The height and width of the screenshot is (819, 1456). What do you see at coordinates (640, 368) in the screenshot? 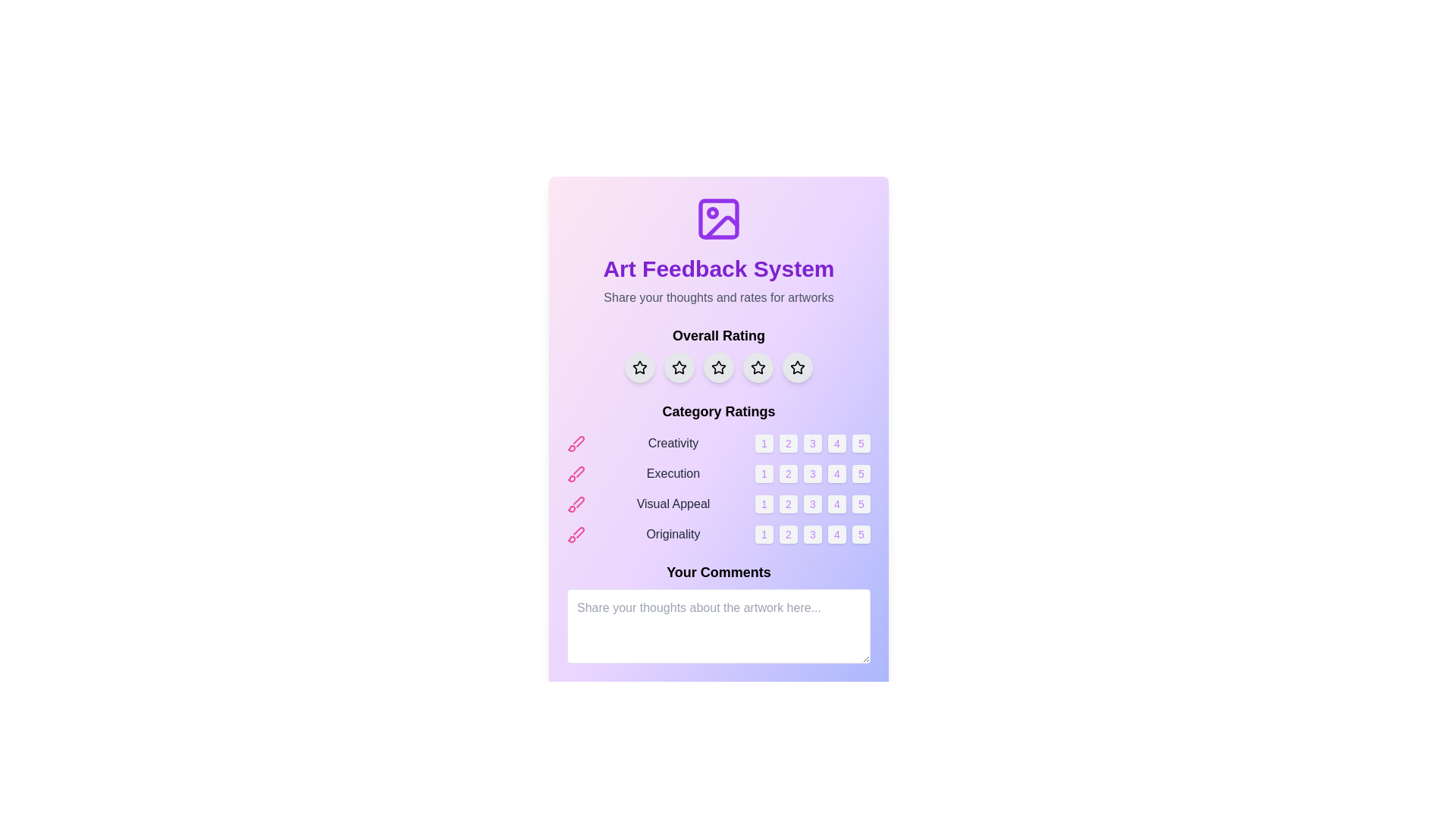
I see `the leftmost button under the 'Overall Rating' heading` at bounding box center [640, 368].